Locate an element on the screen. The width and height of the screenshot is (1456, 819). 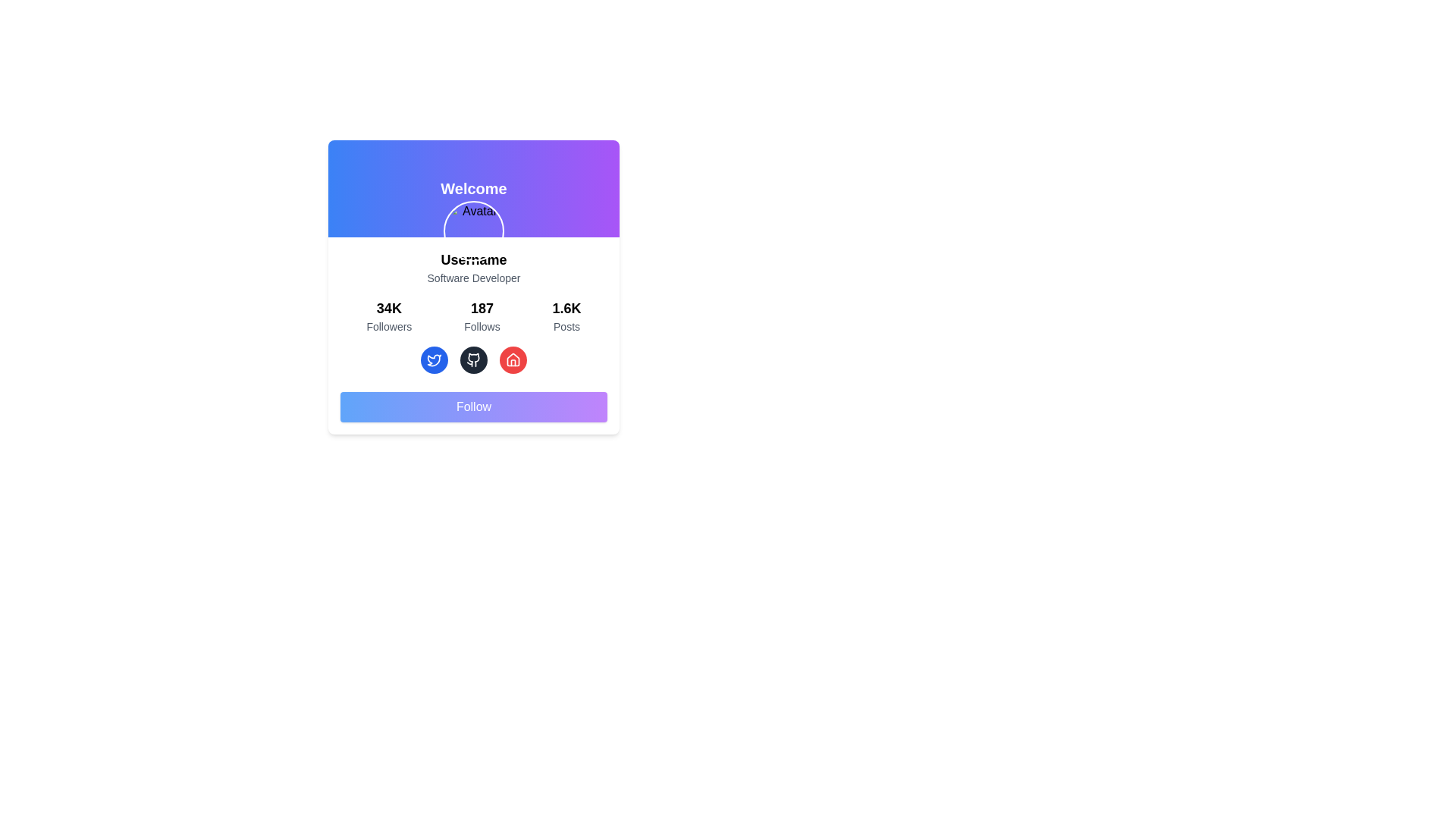
the text label displaying 'Follows' which is styled in gray underneath the number '187' within the profile statistics card is located at coordinates (481, 326).